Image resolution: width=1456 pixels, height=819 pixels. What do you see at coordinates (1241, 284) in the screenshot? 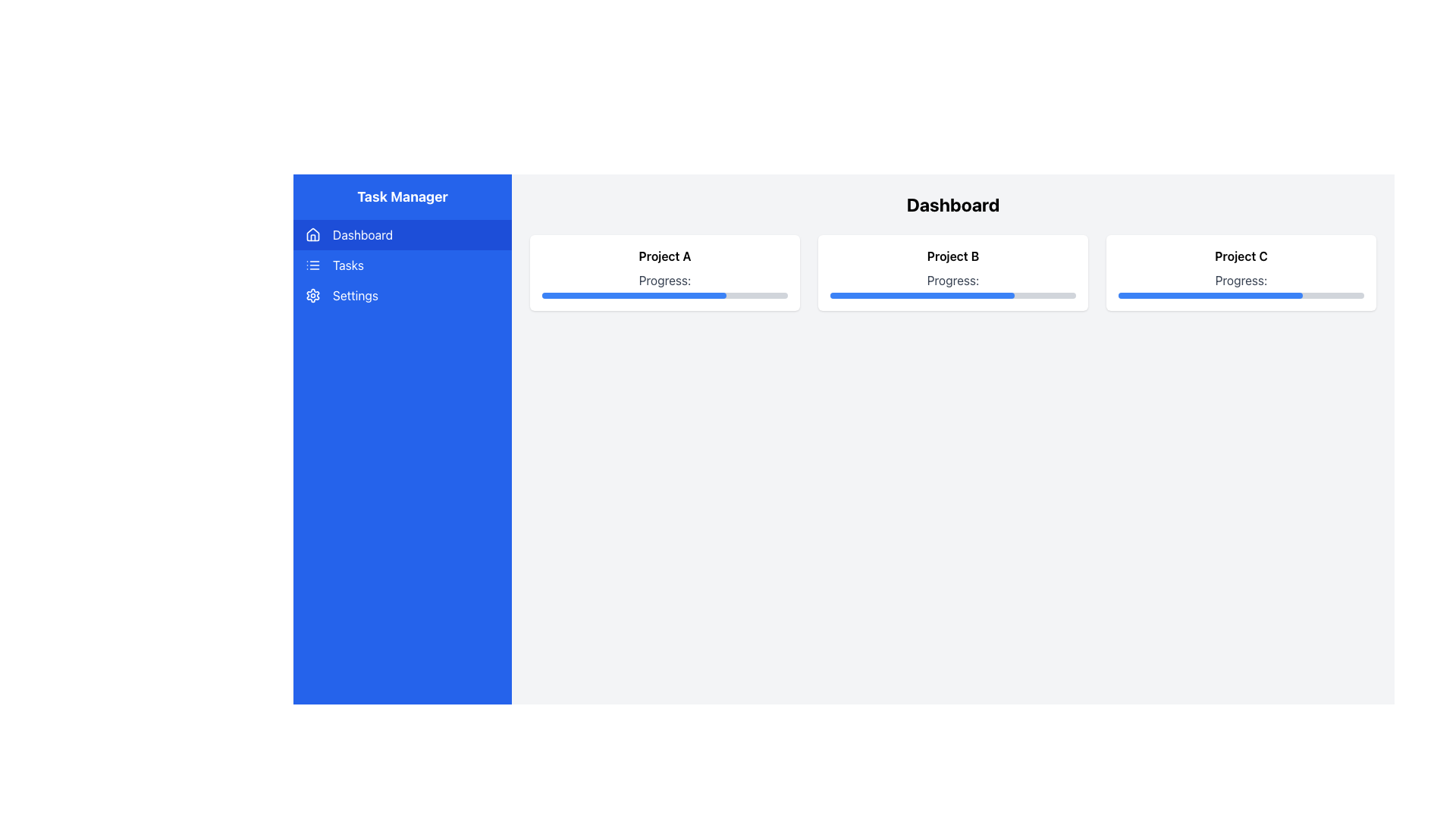
I see `label of the text label displaying 'Progress:' in gray font, located above the progress bar in the 'Project C' dashboard card` at bounding box center [1241, 284].